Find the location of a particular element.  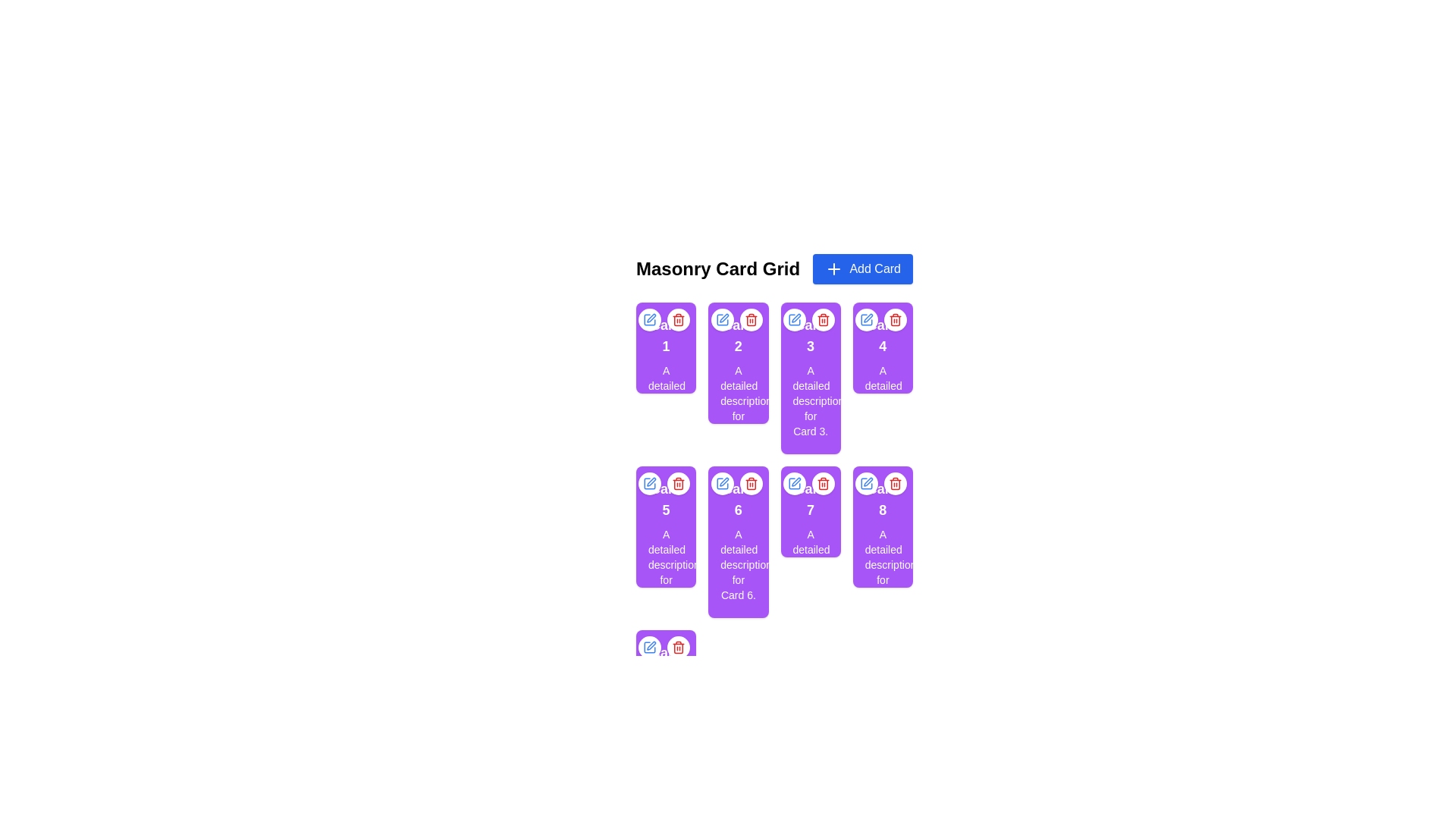

the text label displaying 'A detailed description for Card 5.' within the purple card of 'Card 5' is located at coordinates (666, 564).